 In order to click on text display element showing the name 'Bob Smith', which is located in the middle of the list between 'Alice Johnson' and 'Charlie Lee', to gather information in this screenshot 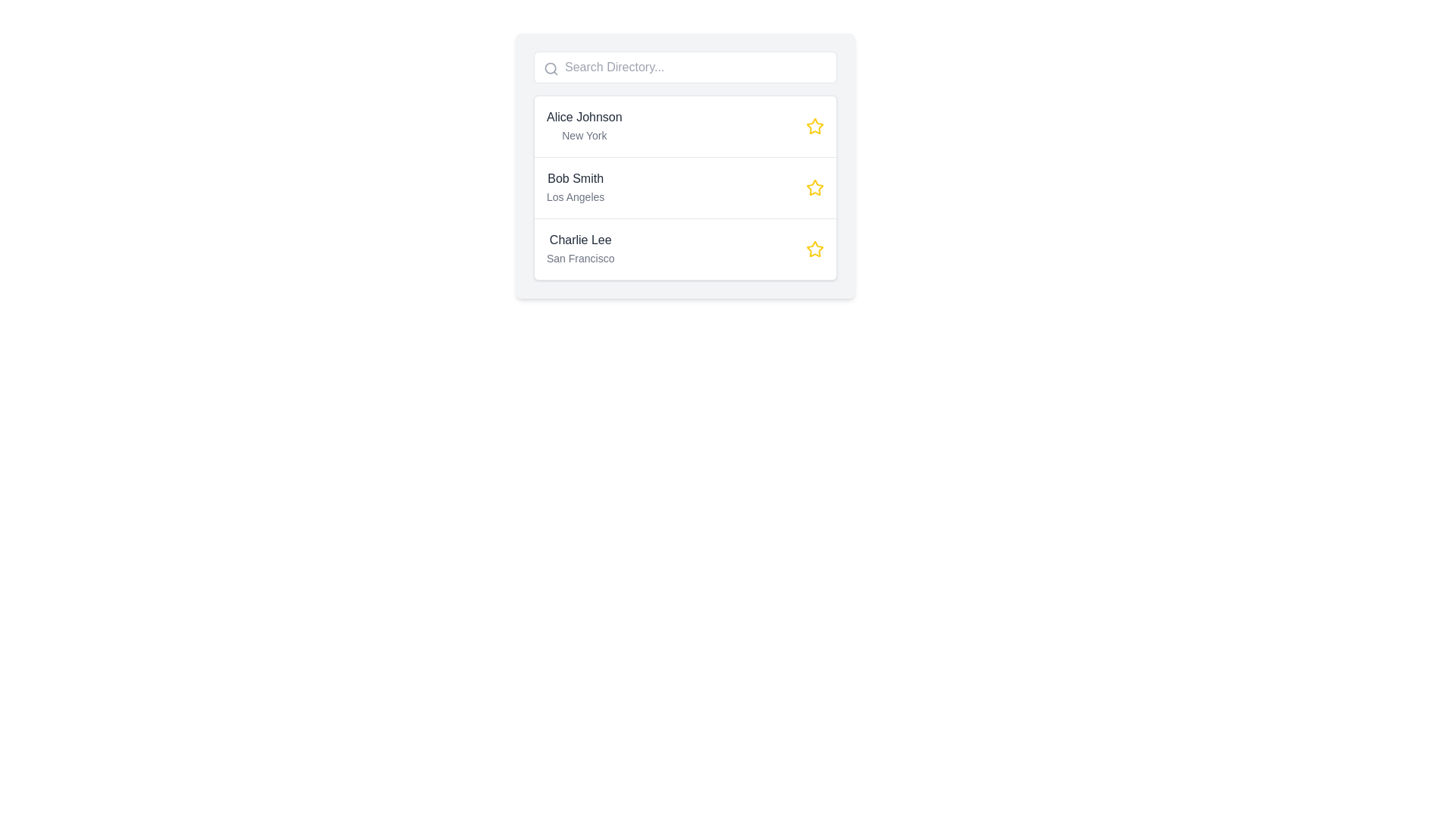, I will do `click(575, 177)`.